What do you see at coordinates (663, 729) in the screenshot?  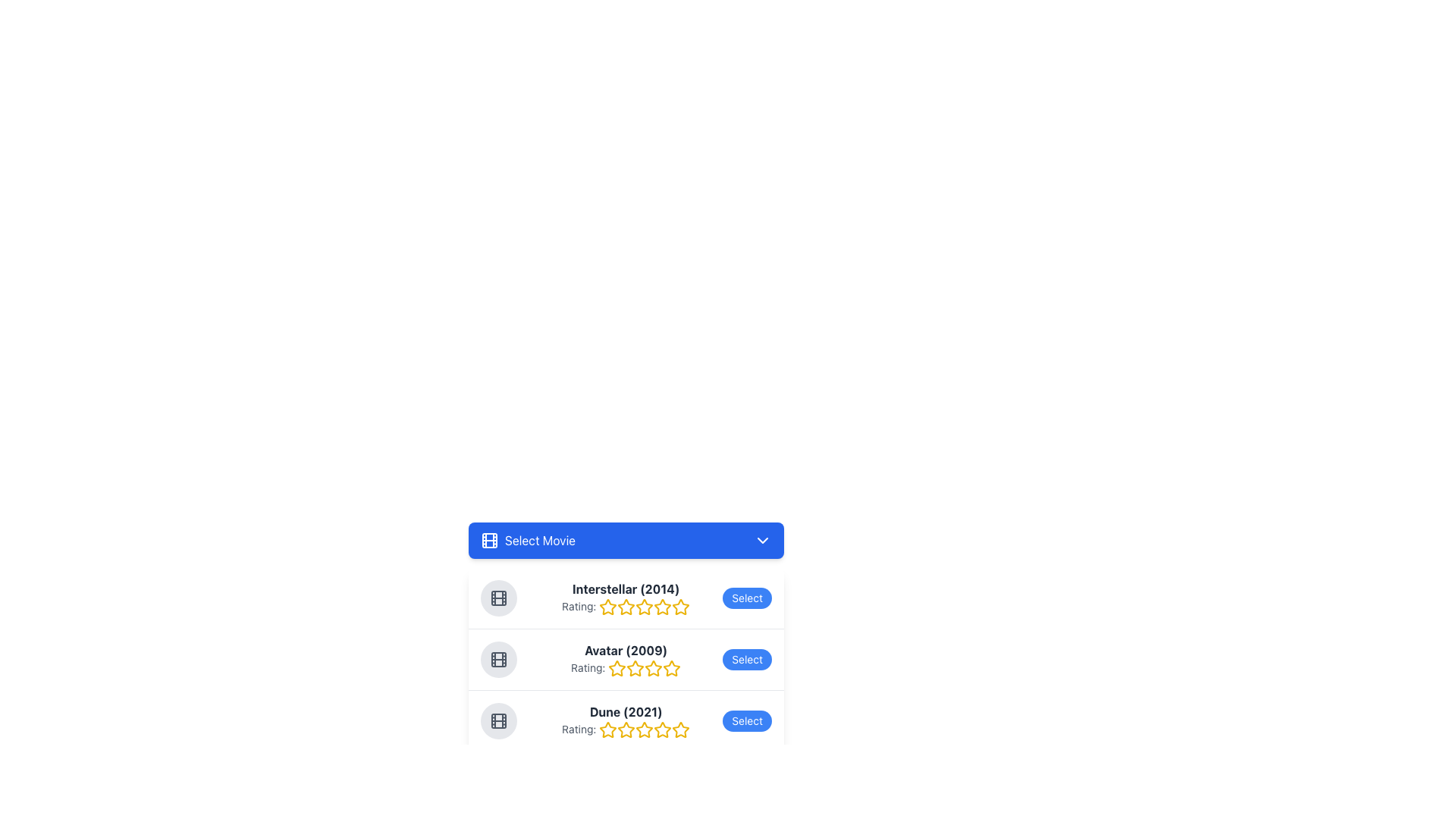 I see `the fifth rating star icon for the movie 'Dune (2021)', which is located in a horizontal row of rating stars` at bounding box center [663, 729].